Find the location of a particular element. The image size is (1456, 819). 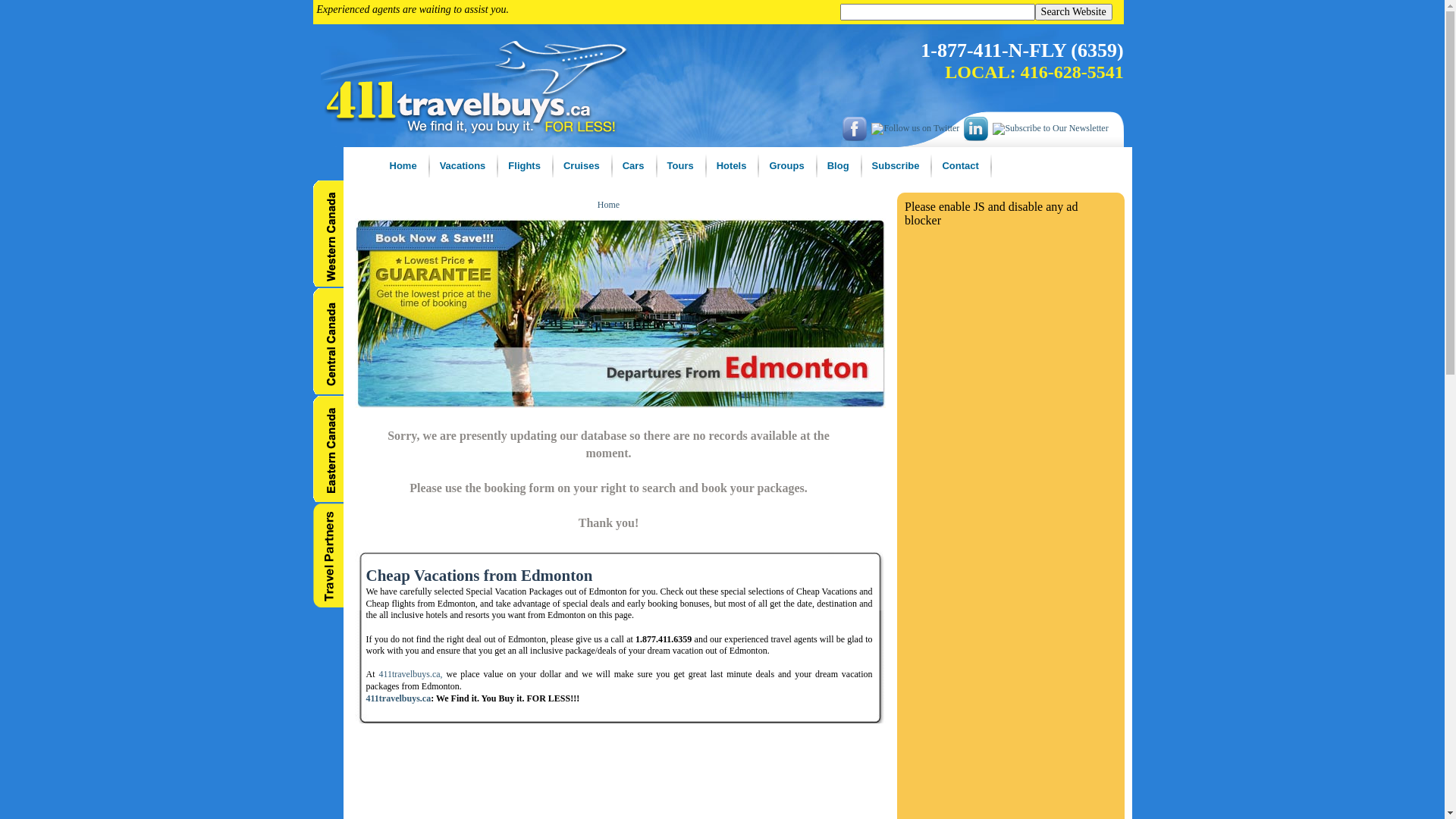

'Hotels' is located at coordinates (732, 166).